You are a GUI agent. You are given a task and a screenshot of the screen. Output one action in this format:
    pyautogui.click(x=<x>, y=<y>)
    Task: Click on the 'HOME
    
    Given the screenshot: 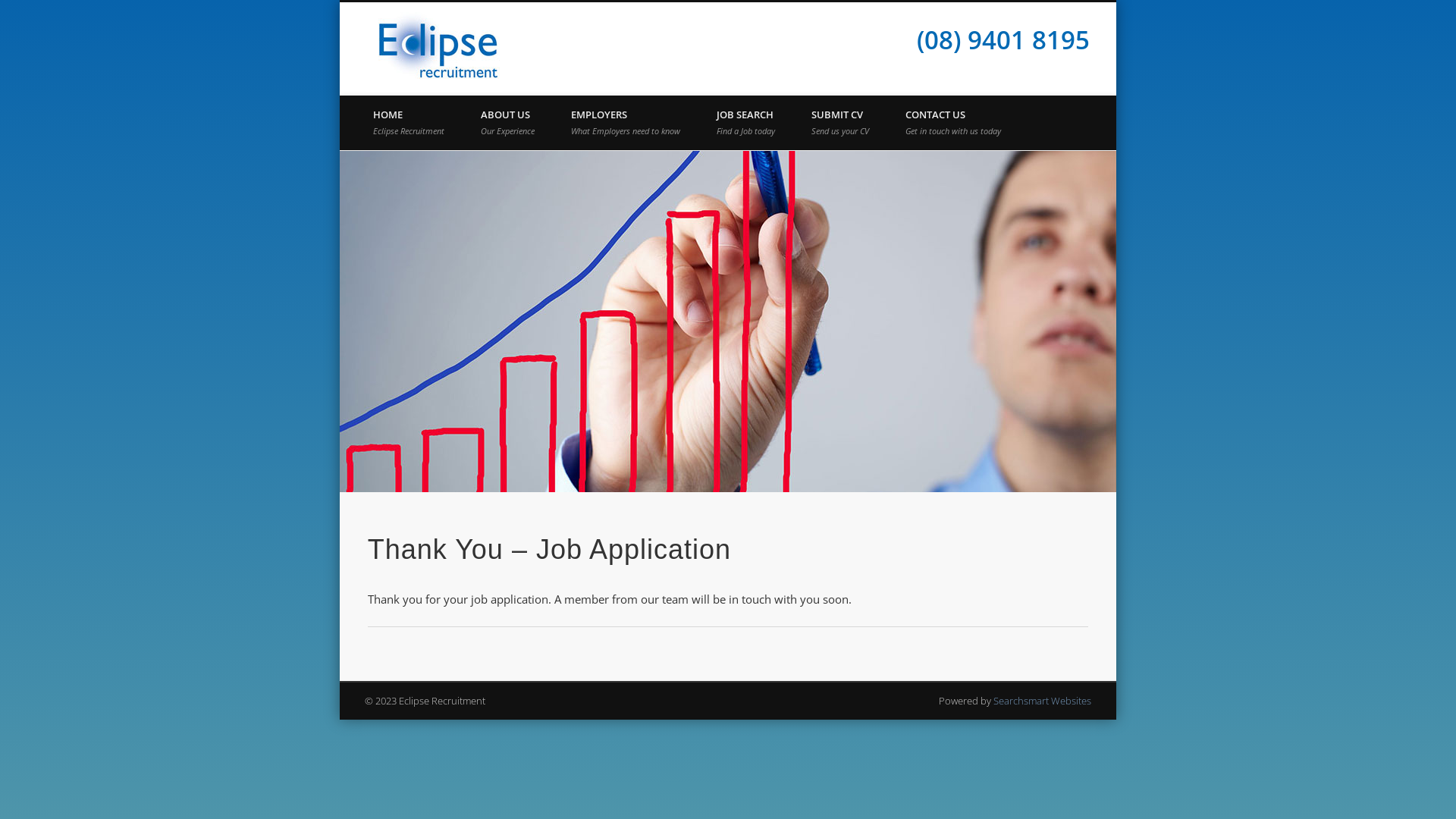 What is the action you would take?
    pyautogui.click(x=408, y=122)
    